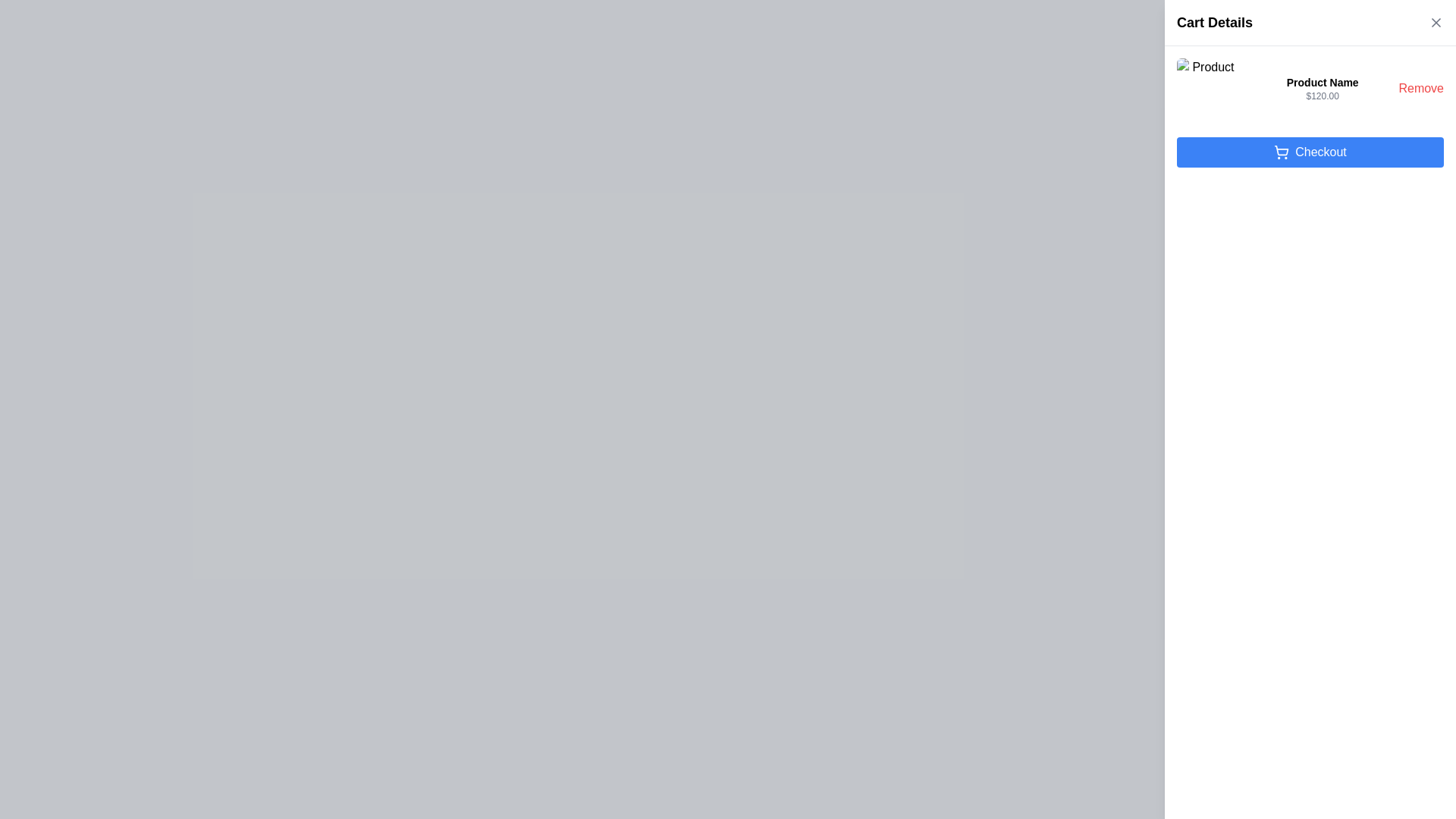 This screenshot has width=1456, height=819. What do you see at coordinates (1322, 88) in the screenshot?
I see `the Text block displaying product information, which includes the product name and price, located in the Cart Details panel to the right of the product image and to the left of the 'Remove' button` at bounding box center [1322, 88].